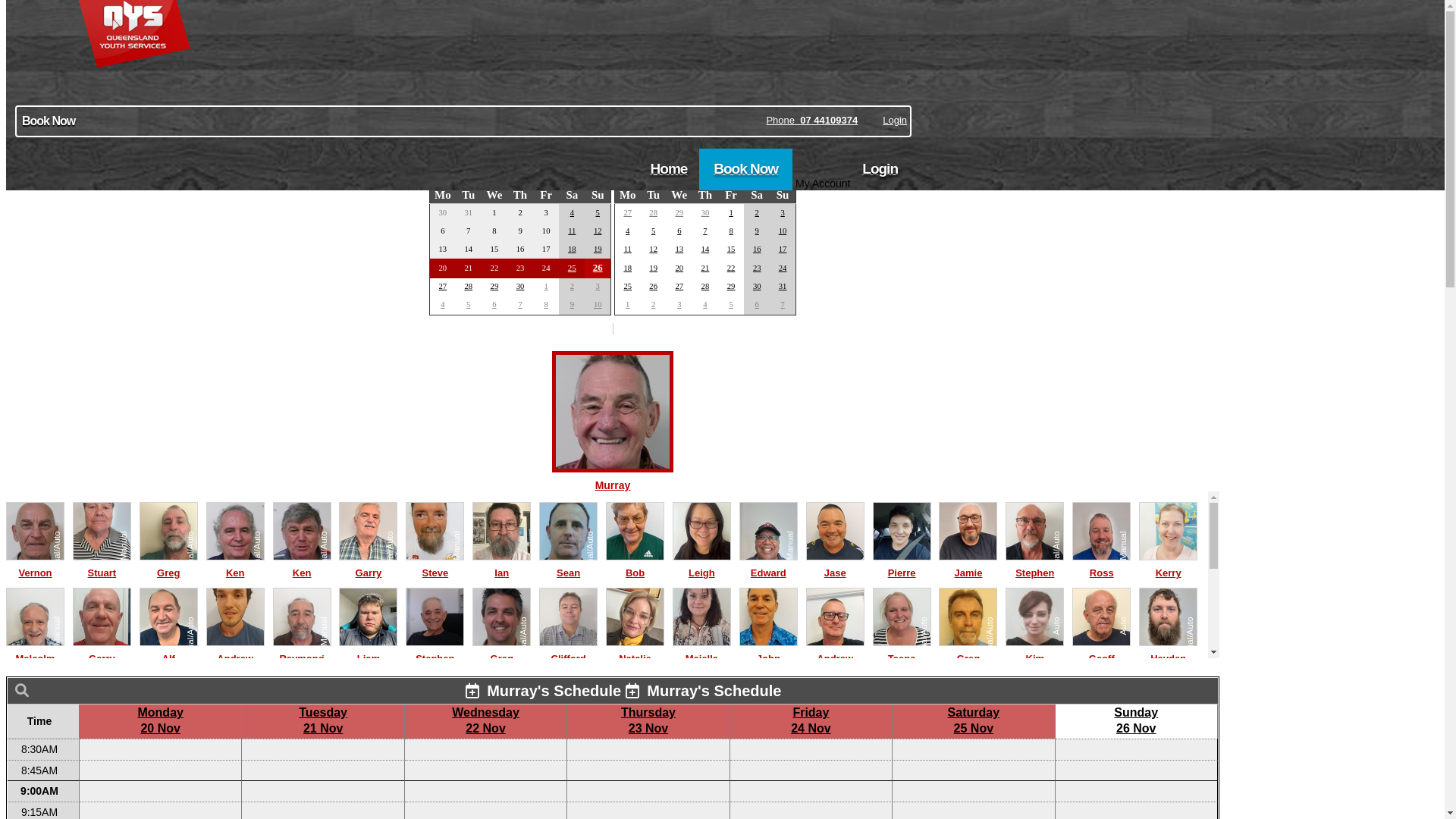 The width and height of the screenshot is (1456, 819). What do you see at coordinates (302, 650) in the screenshot?
I see `'Raymond` at bounding box center [302, 650].